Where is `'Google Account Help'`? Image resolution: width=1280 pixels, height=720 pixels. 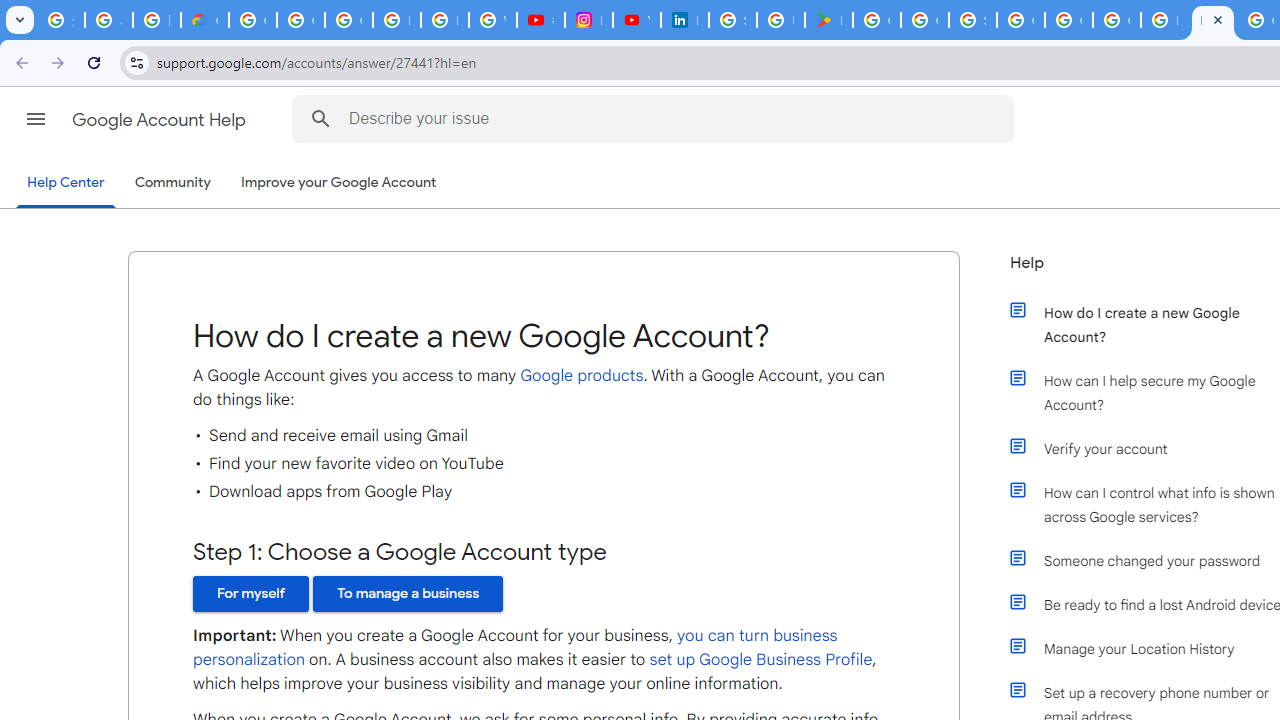 'Google Account Help' is located at coordinates (160, 119).